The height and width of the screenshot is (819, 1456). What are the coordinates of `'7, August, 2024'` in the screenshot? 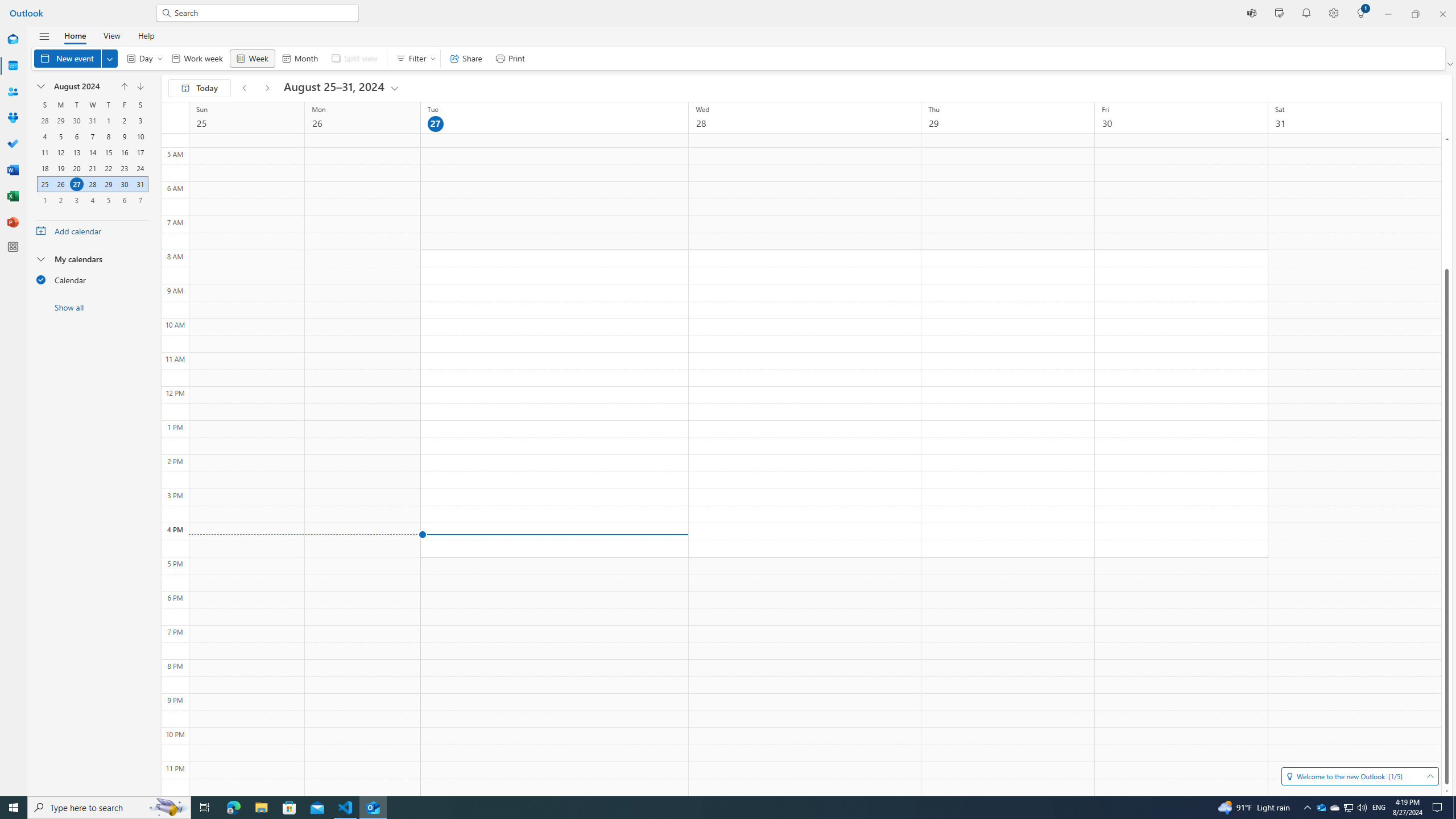 It's located at (92, 135).